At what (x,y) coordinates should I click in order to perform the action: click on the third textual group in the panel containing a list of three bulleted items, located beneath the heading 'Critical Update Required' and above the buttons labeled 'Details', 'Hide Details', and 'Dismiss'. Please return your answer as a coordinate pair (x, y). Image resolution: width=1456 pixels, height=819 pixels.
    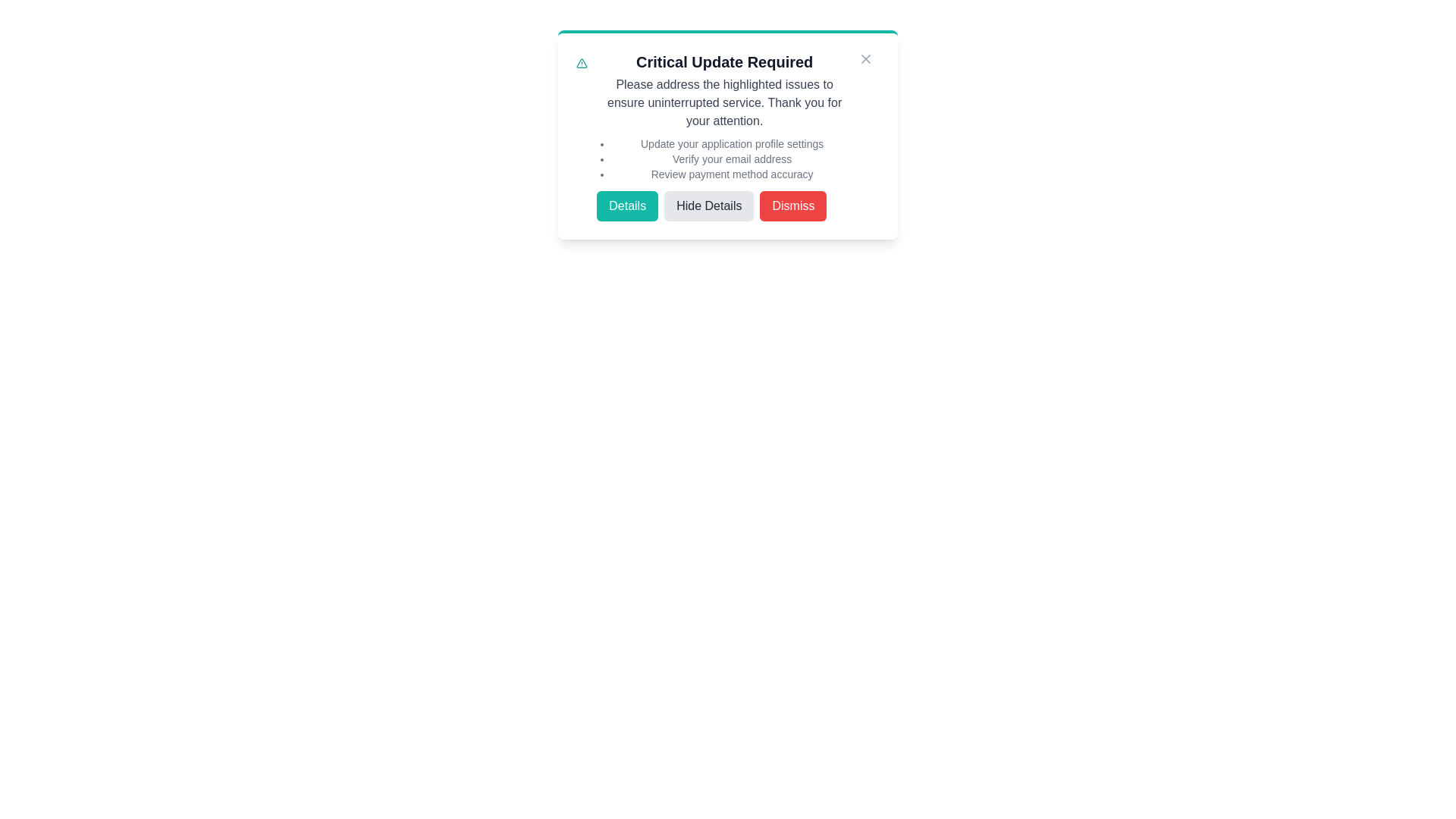
    Looking at the image, I should click on (728, 136).